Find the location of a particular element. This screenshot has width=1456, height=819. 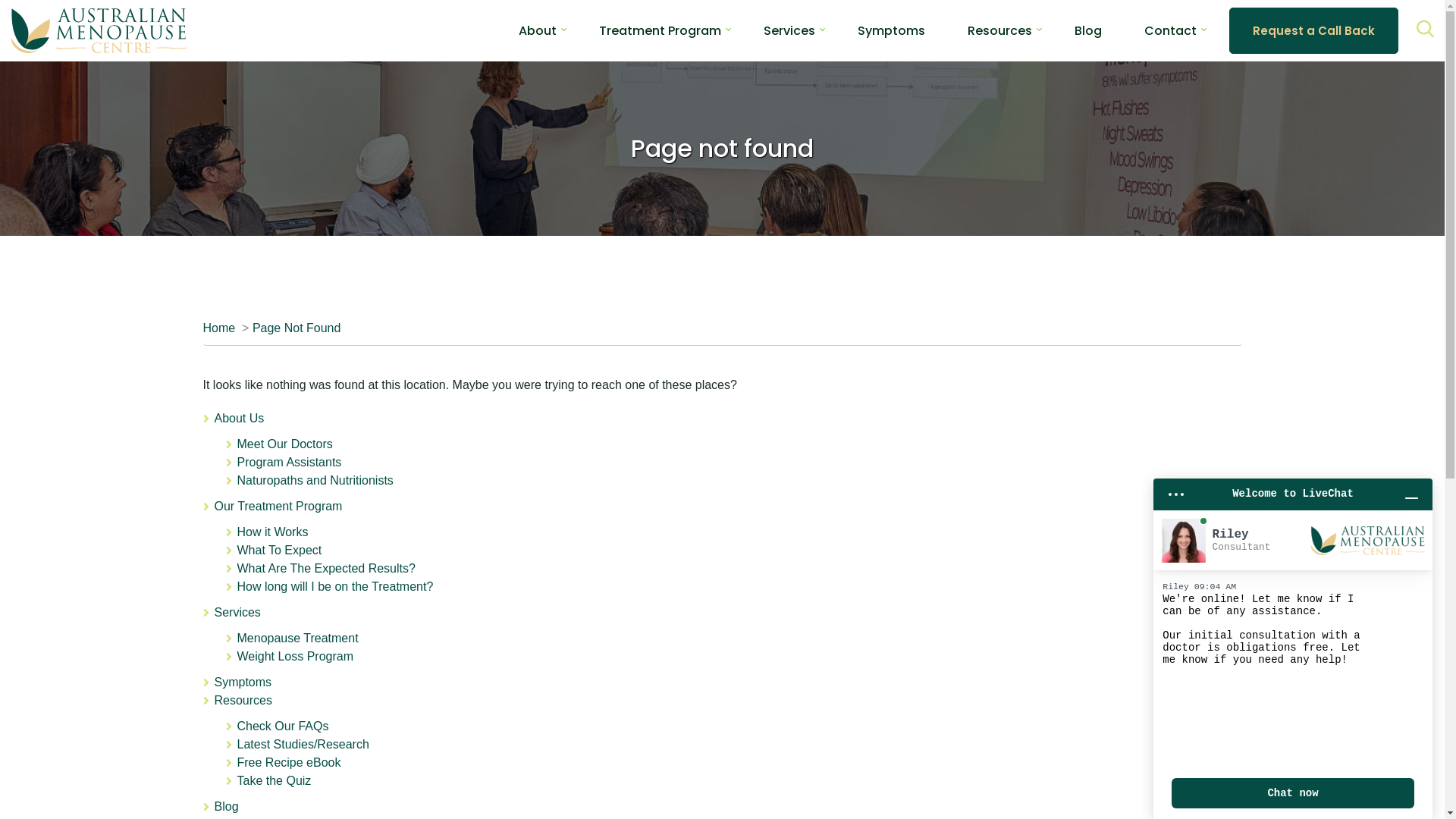

'Treatment Program' is located at coordinates (660, 30).